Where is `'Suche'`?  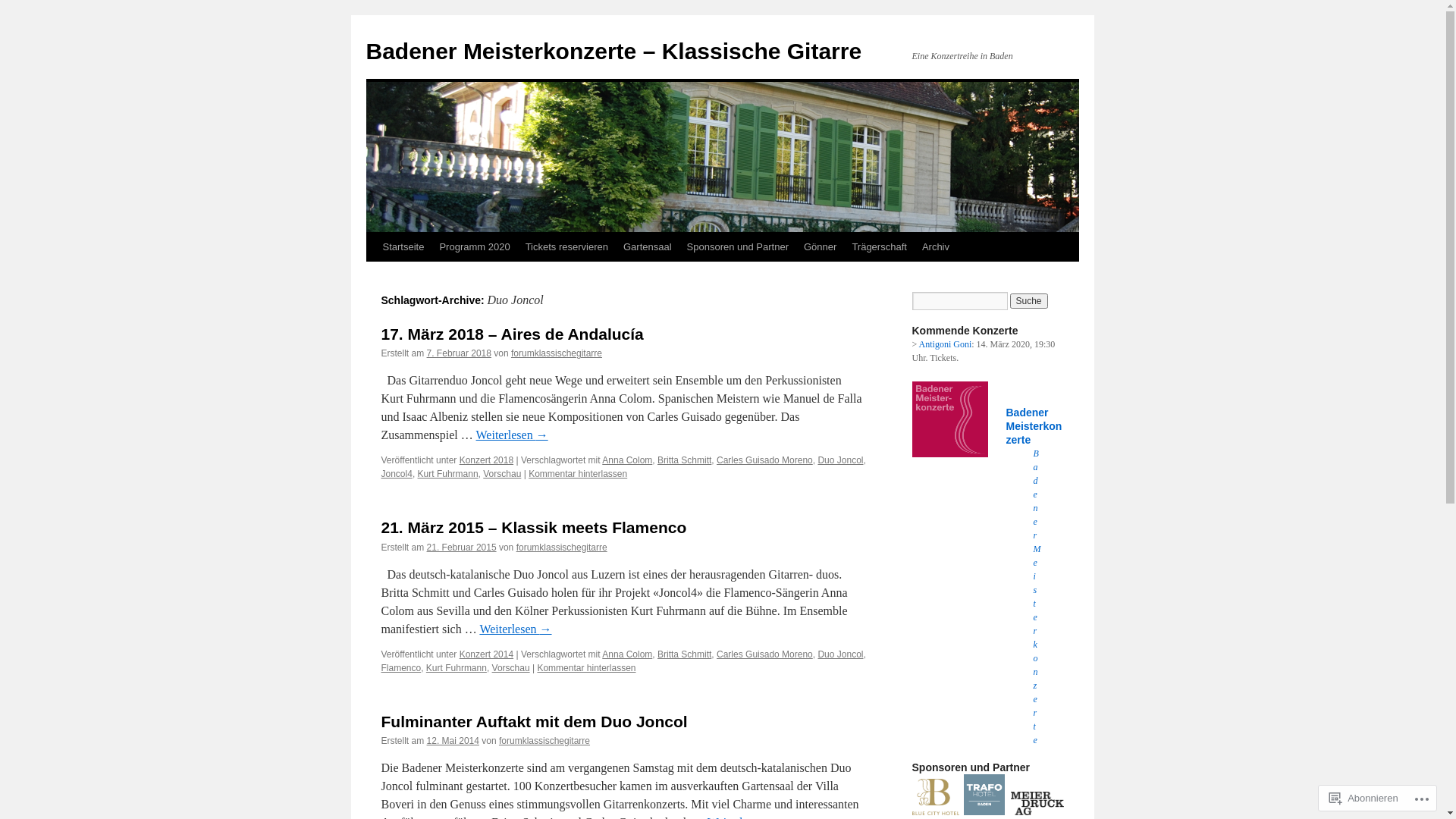 'Suche' is located at coordinates (1029, 301).